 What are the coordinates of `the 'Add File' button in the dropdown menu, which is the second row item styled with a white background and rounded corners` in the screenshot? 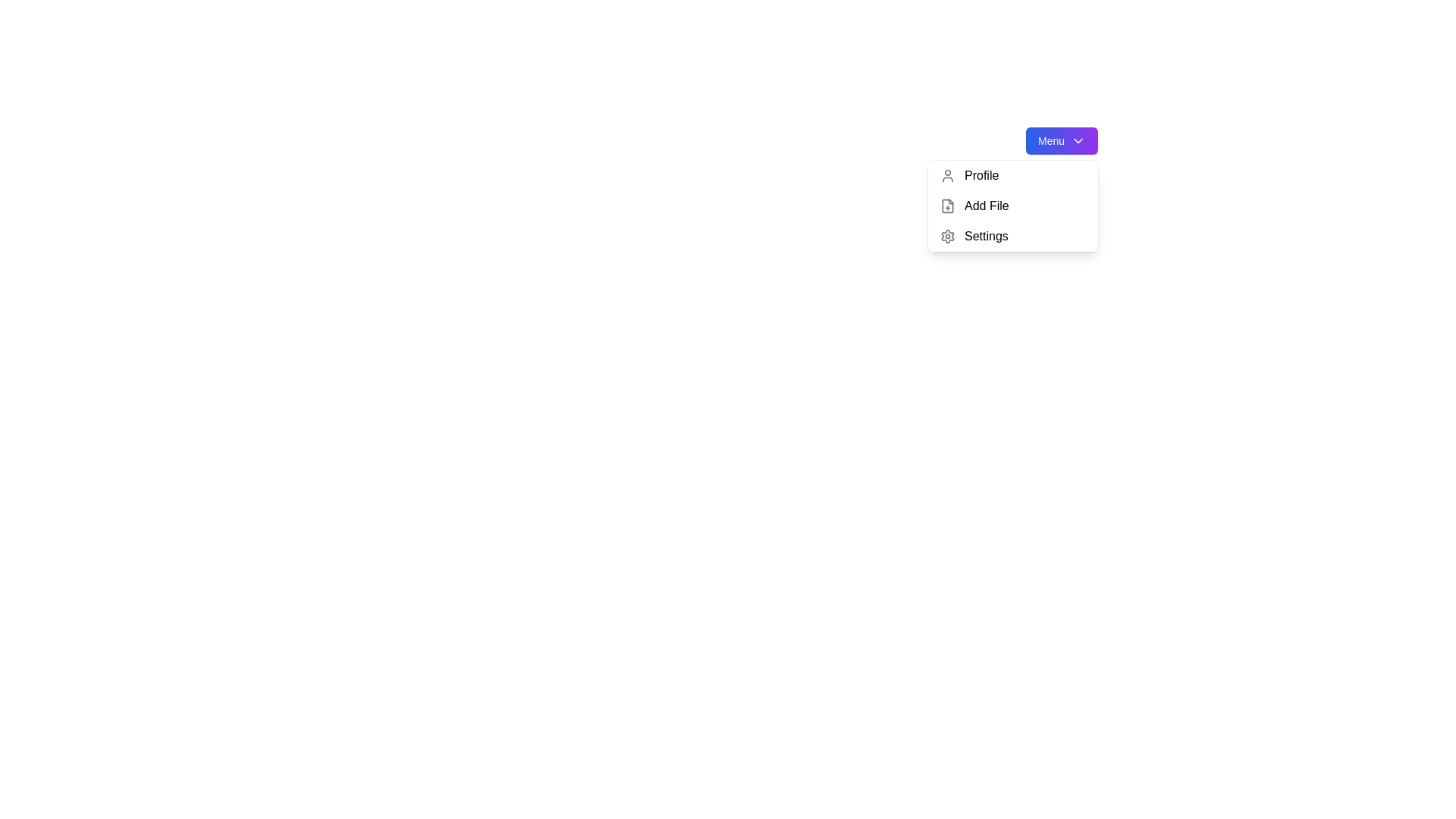 It's located at (1012, 206).